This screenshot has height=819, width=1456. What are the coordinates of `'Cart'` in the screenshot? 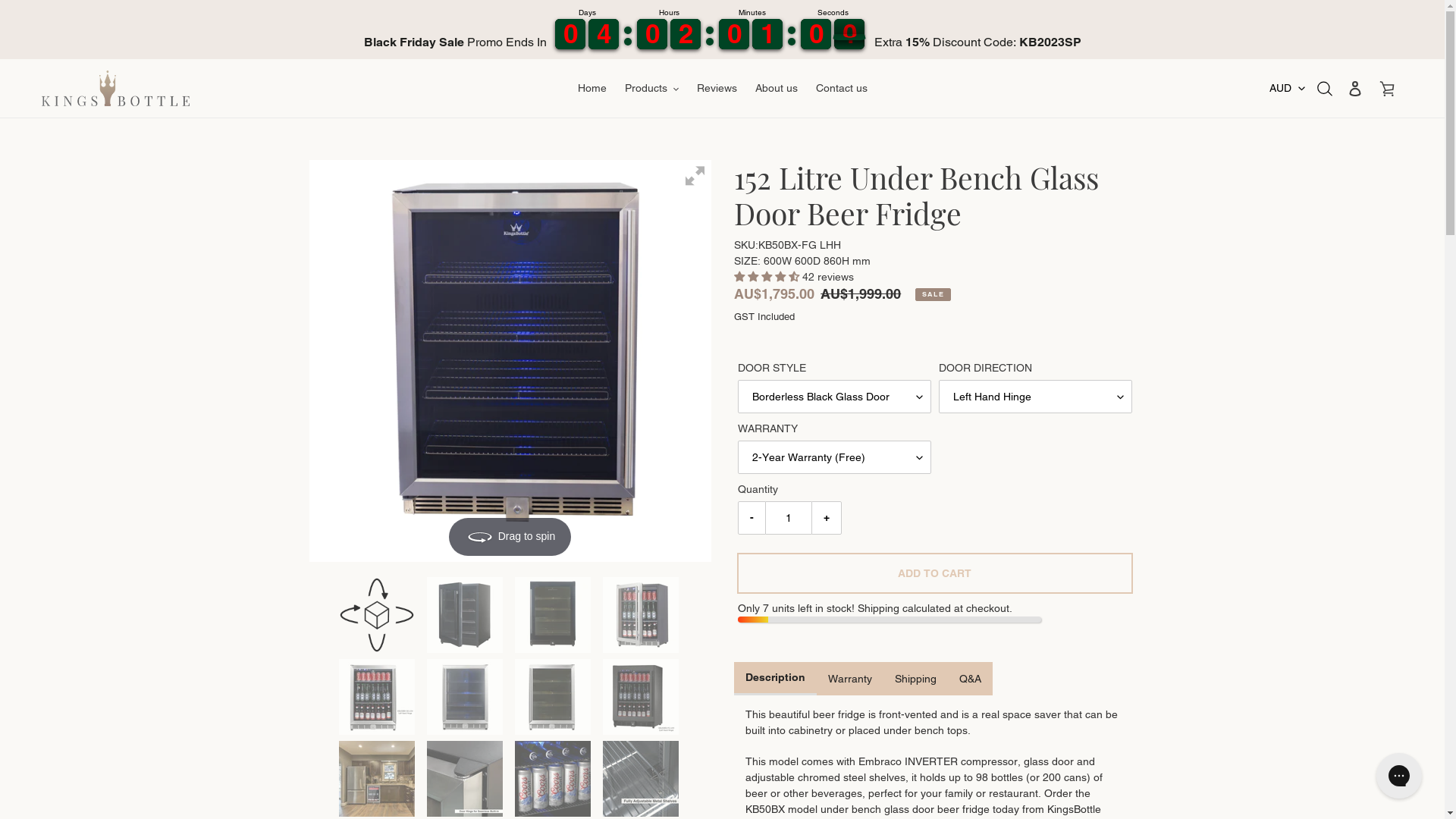 It's located at (1386, 88).